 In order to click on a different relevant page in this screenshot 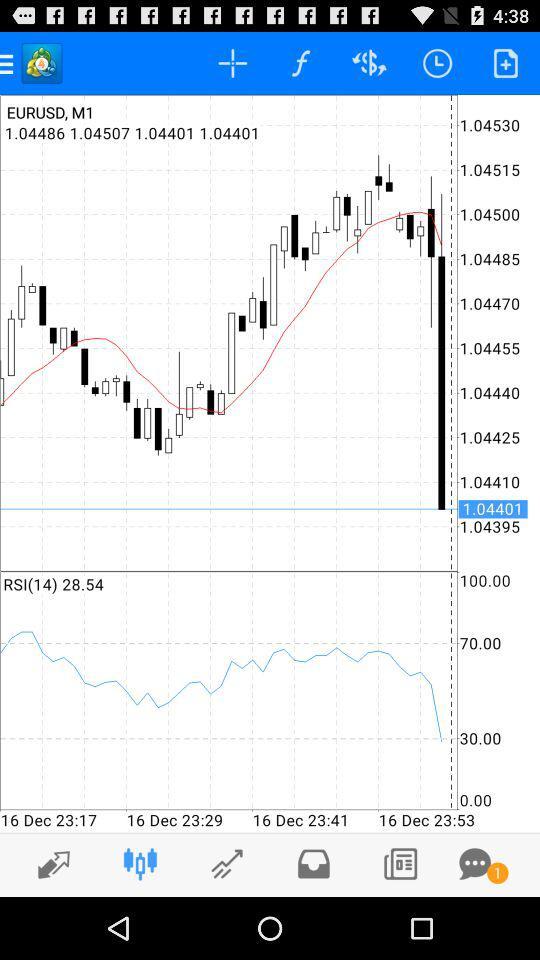, I will do `click(226, 863)`.